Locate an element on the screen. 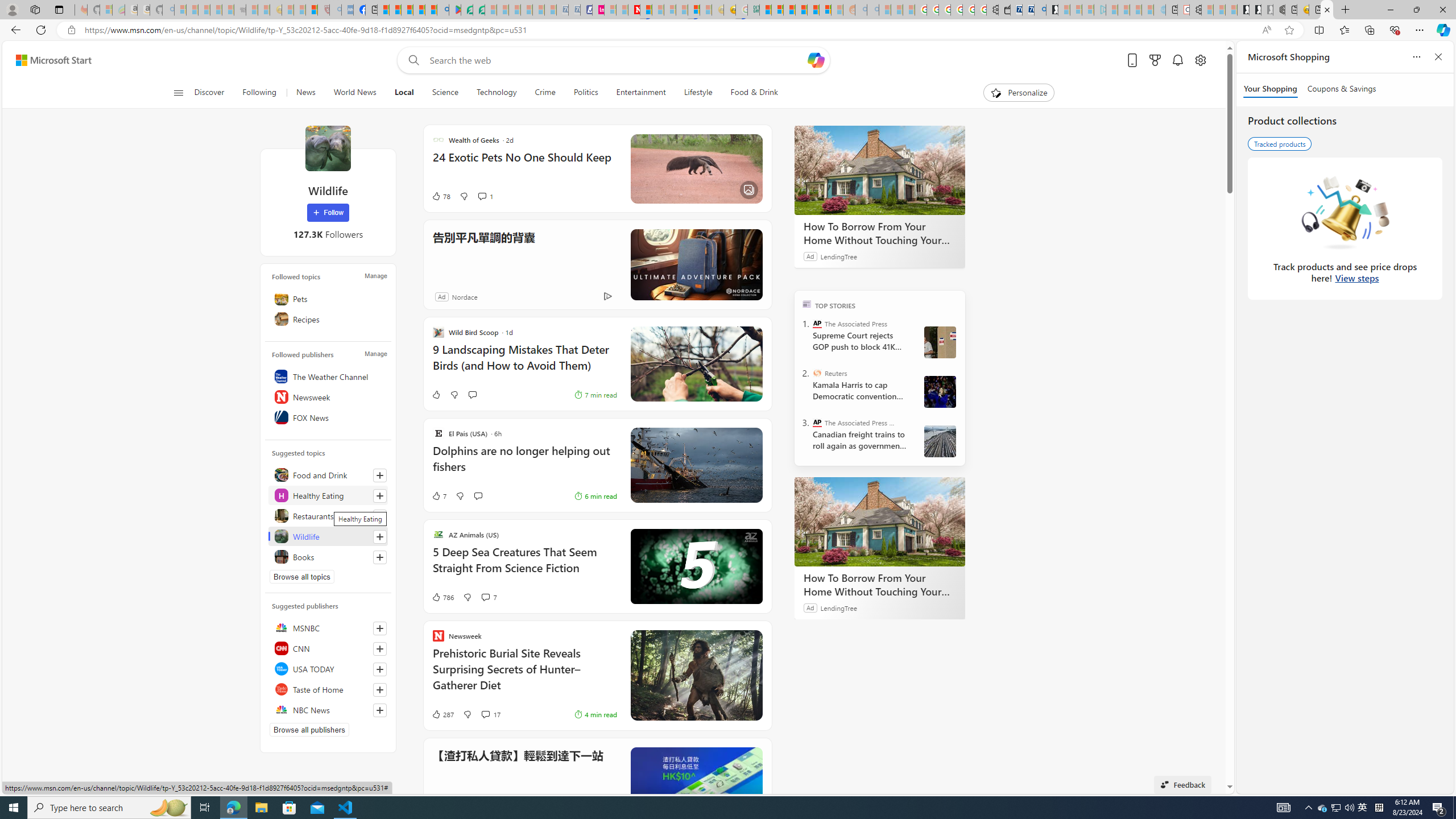 The height and width of the screenshot is (819, 1456). 'Entertainment' is located at coordinates (640, 92).